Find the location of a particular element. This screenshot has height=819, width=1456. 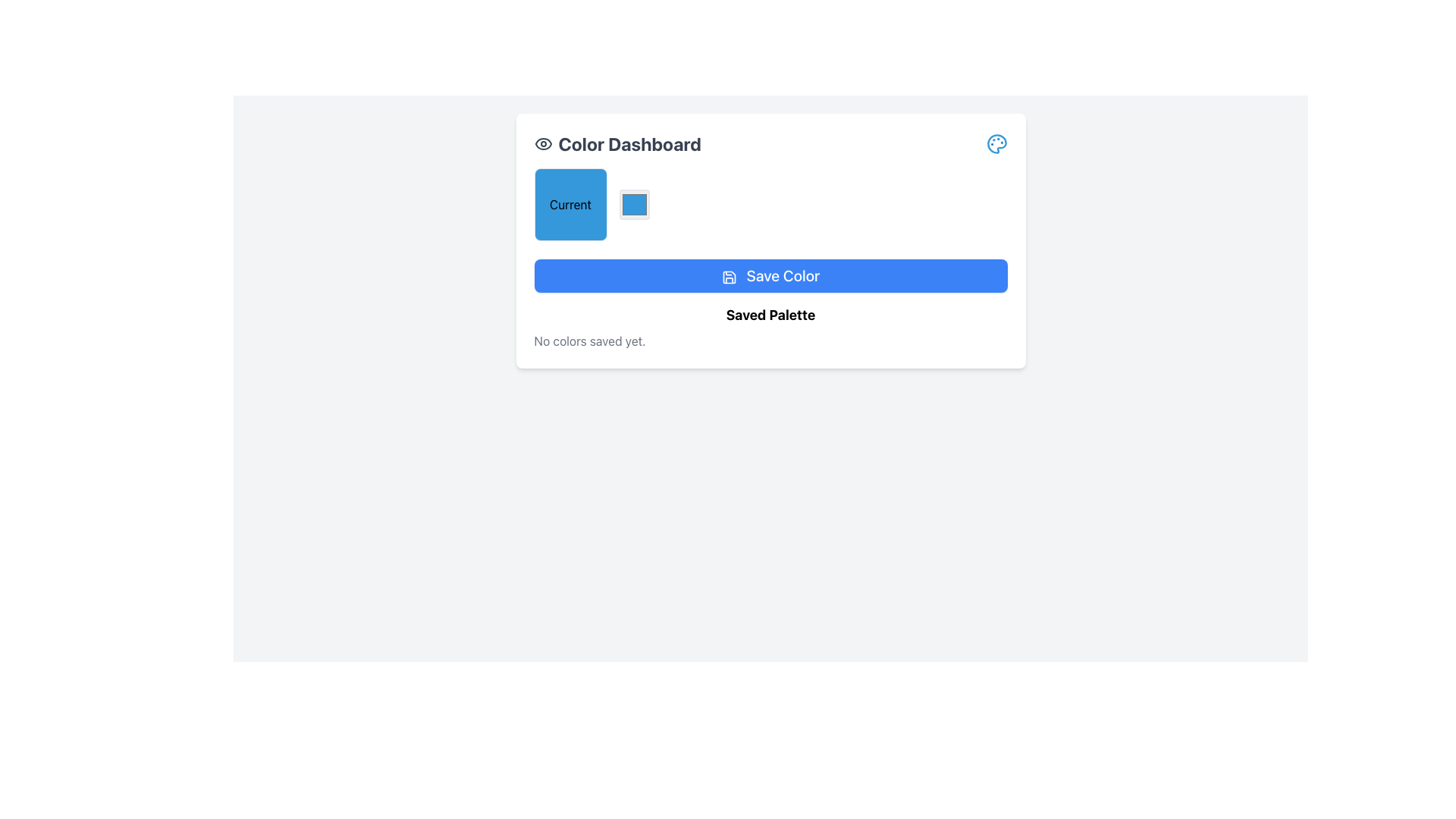

the save color button, which is positioned centrally below the 'Current' color display and above the 'Saved Palette' title is located at coordinates (770, 275).